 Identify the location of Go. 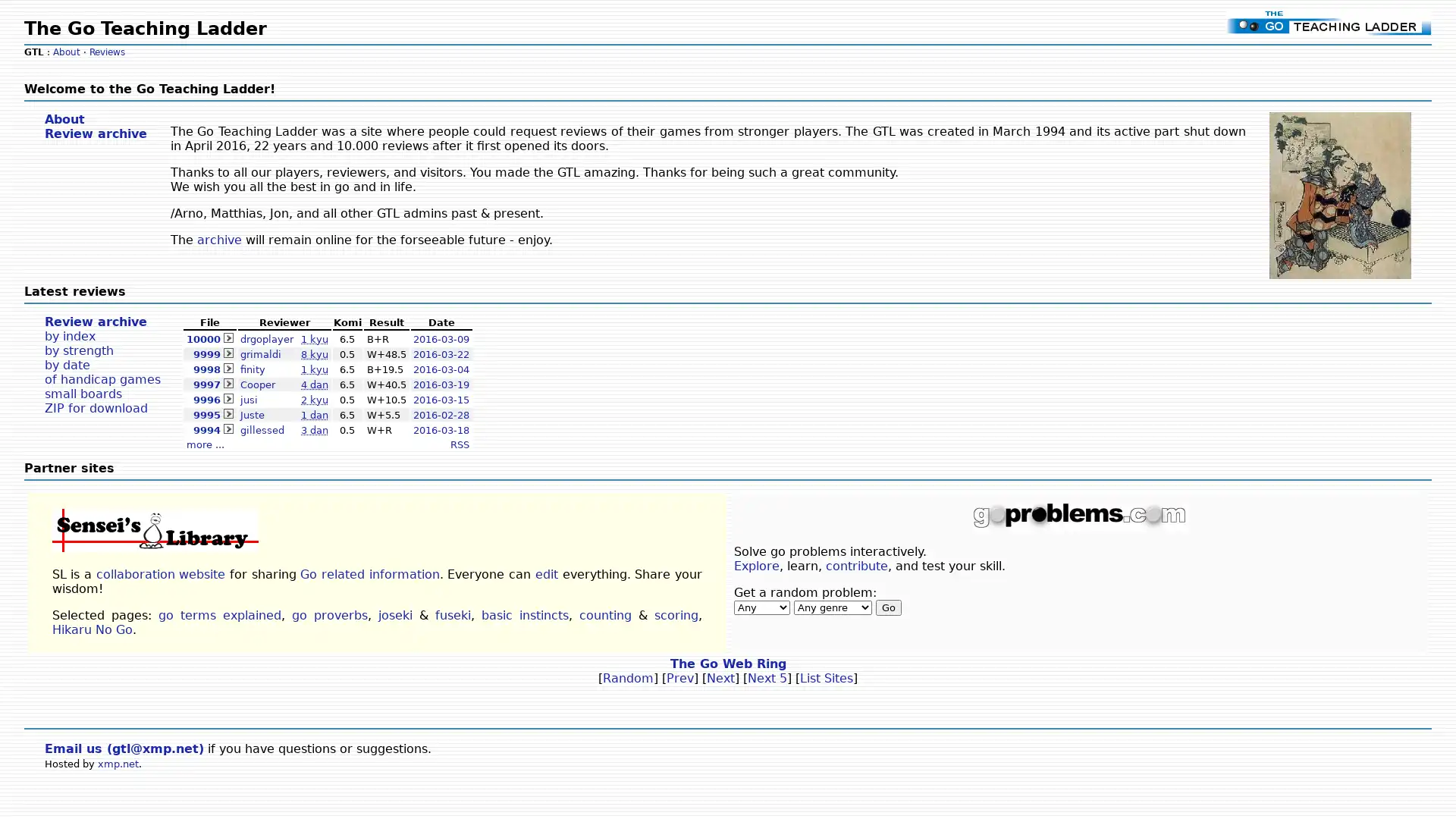
(888, 607).